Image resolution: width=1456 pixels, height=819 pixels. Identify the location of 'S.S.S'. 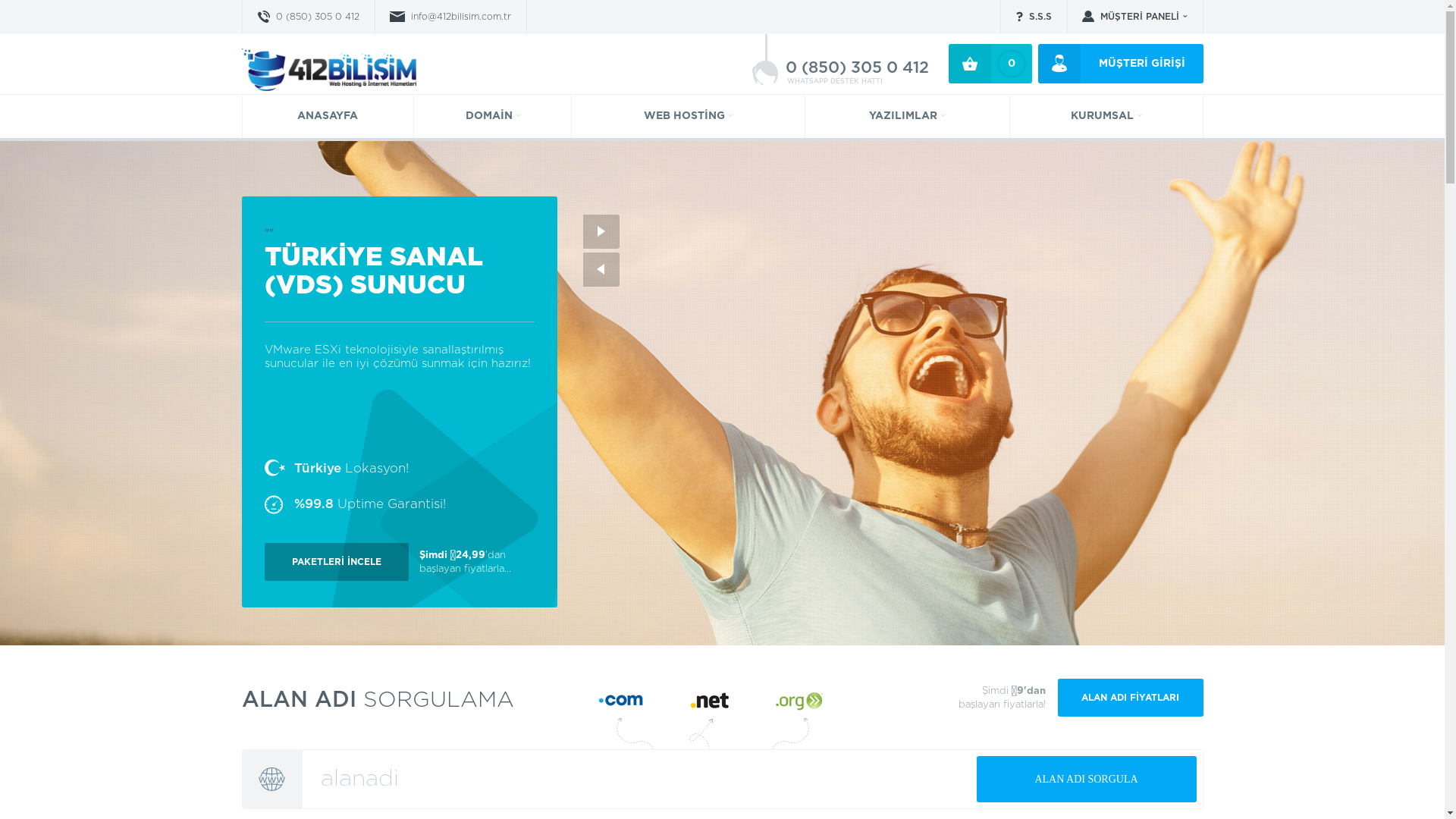
(1032, 17).